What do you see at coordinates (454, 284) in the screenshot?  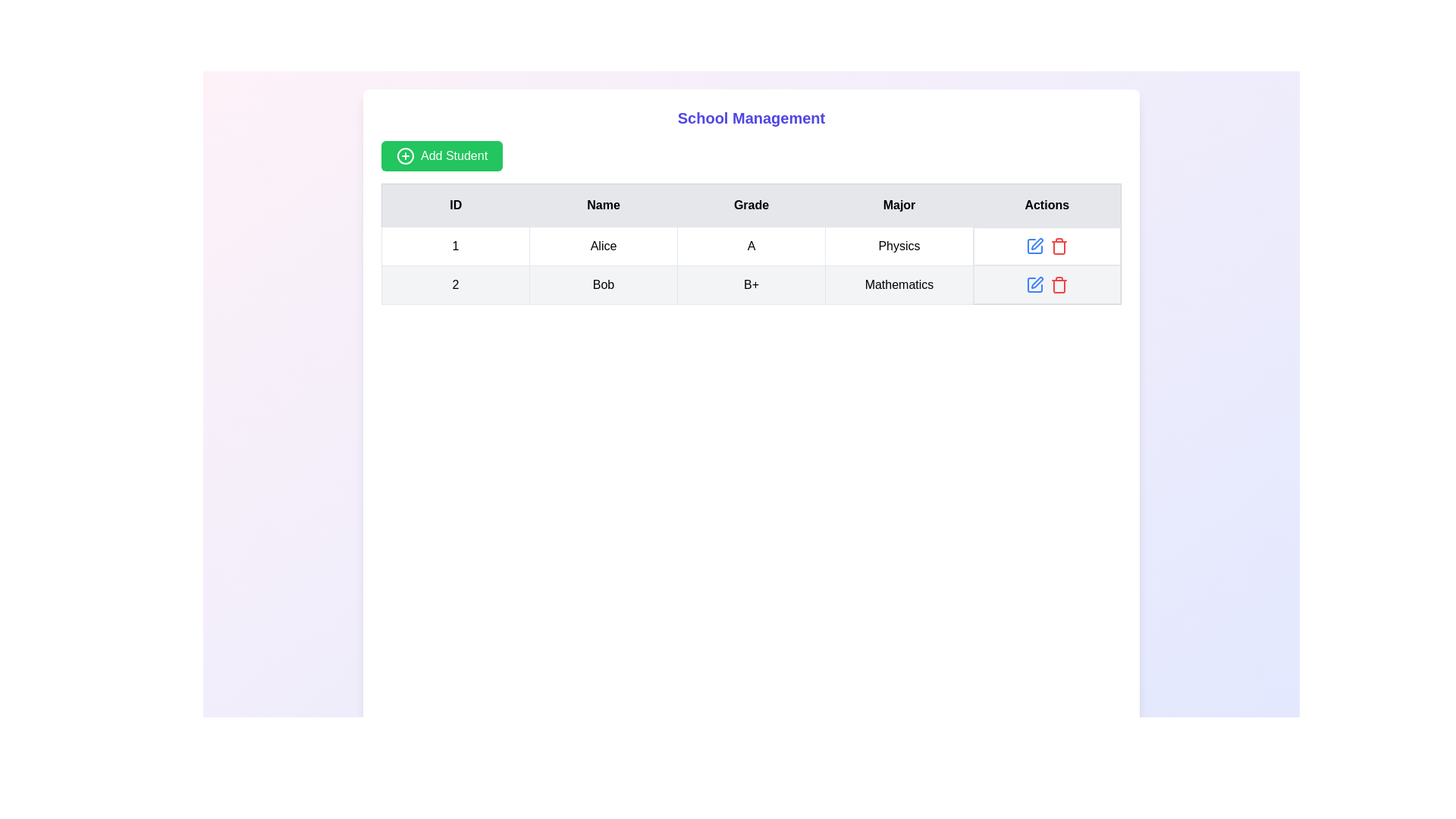 I see `the first cell in the second row of the table that displays the student ID, located under the 'ID' column header` at bounding box center [454, 284].